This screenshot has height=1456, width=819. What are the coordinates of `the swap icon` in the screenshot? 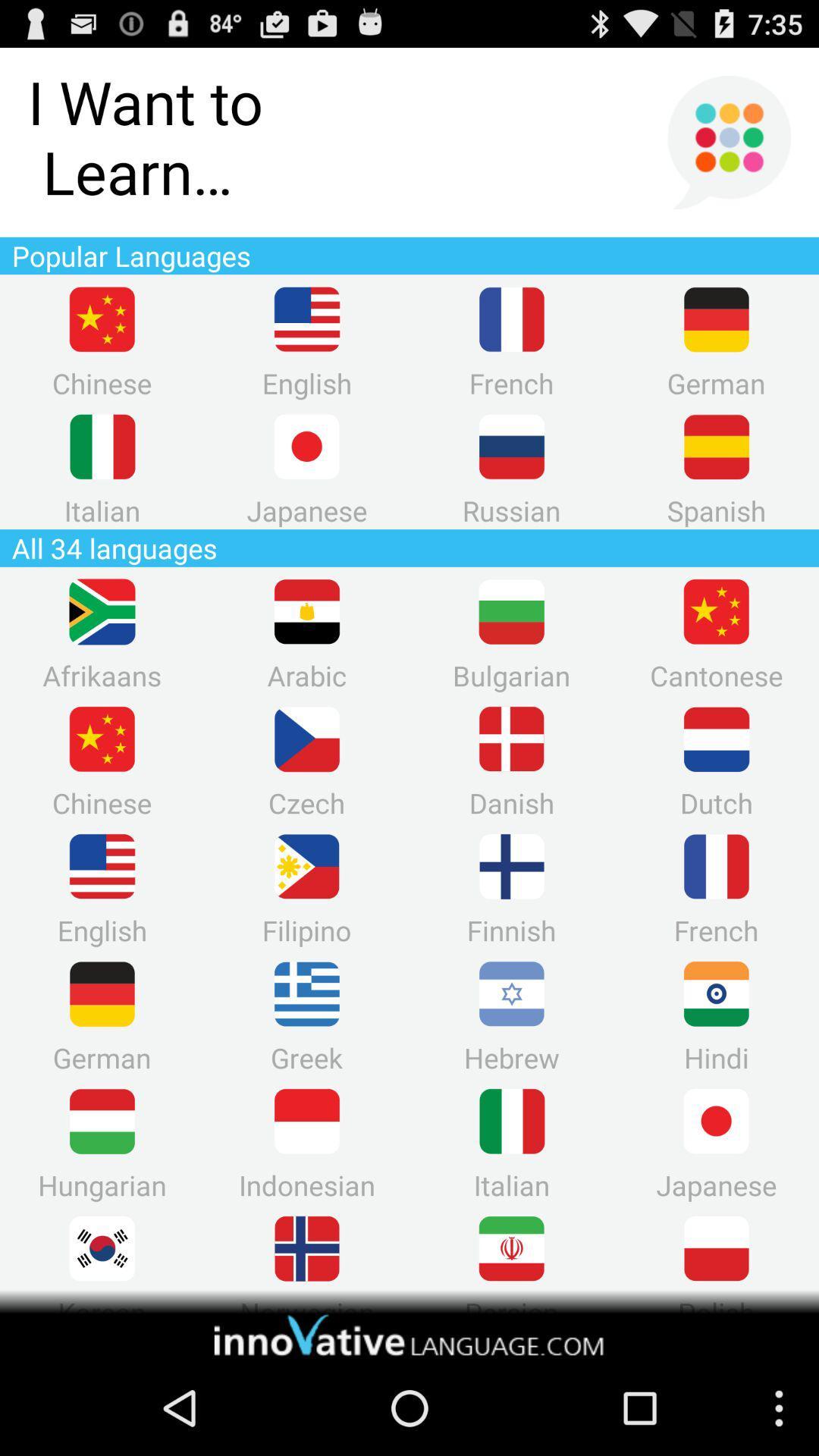 It's located at (307, 477).